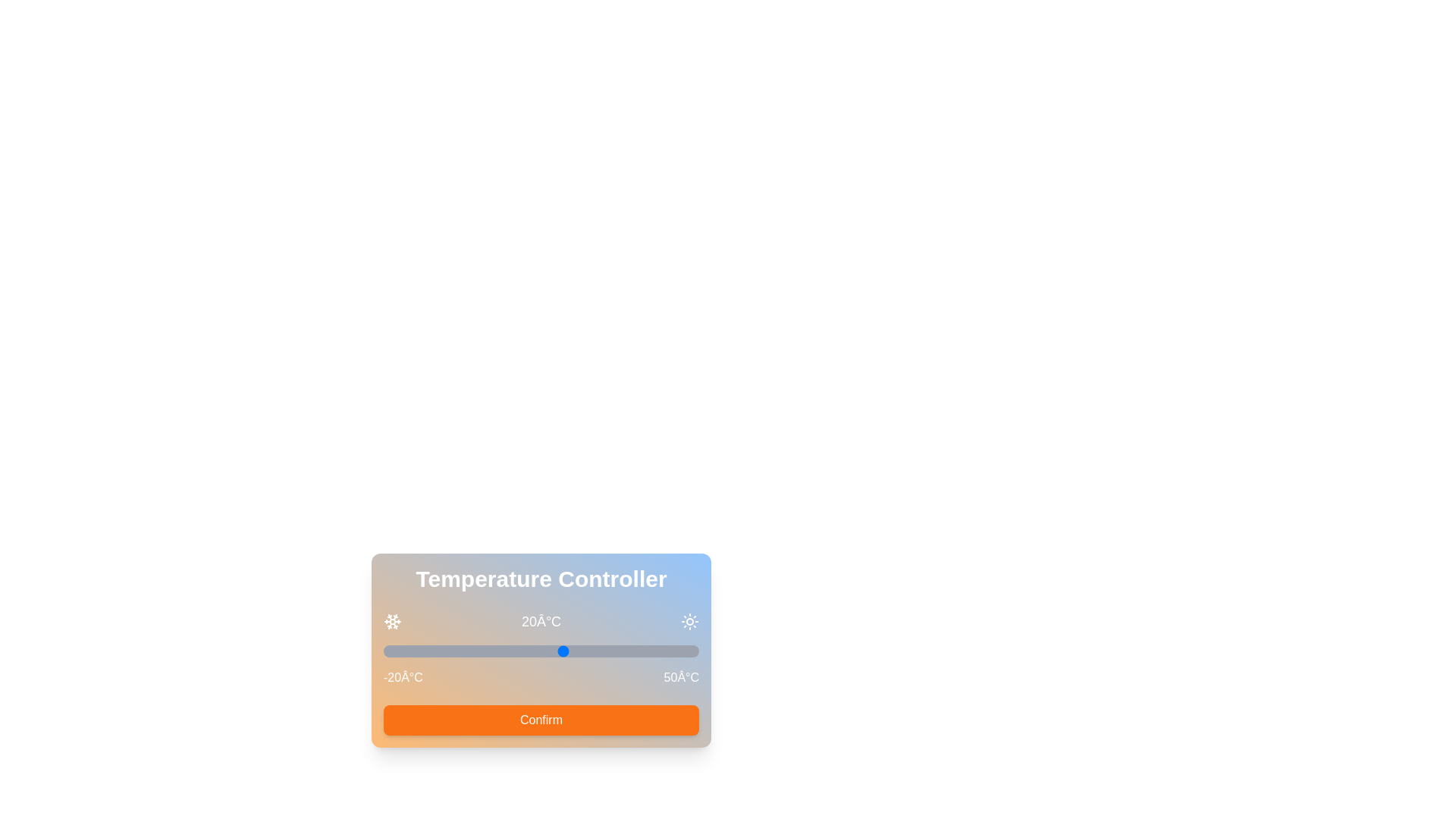  Describe the element at coordinates (541, 719) in the screenshot. I see `the Confirm button to finalize the selected temperature` at that location.